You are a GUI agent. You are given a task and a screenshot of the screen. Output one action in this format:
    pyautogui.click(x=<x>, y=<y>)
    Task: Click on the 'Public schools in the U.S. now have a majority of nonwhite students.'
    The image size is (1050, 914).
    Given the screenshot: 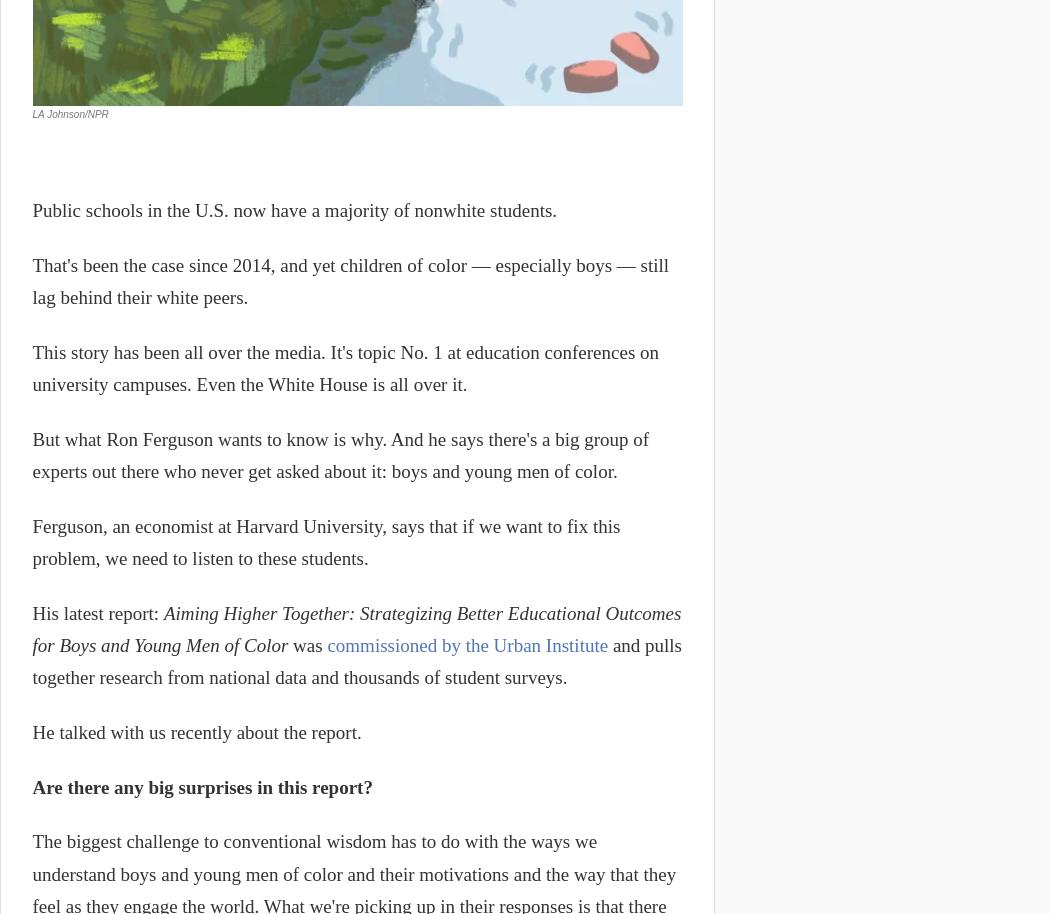 What is the action you would take?
    pyautogui.click(x=293, y=210)
    